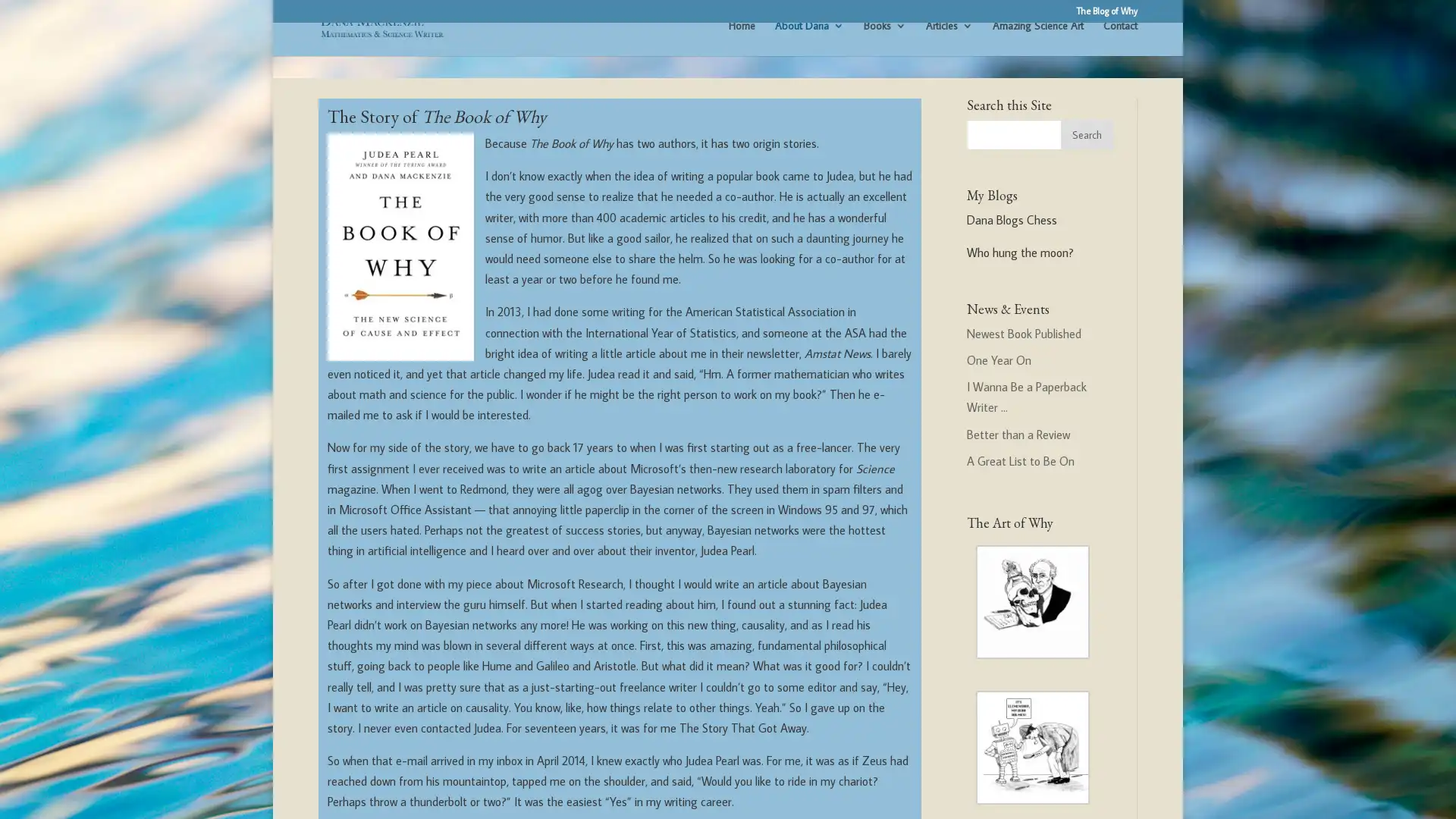 The width and height of the screenshot is (1456, 819). What do you see at coordinates (1086, 133) in the screenshot?
I see `Search` at bounding box center [1086, 133].